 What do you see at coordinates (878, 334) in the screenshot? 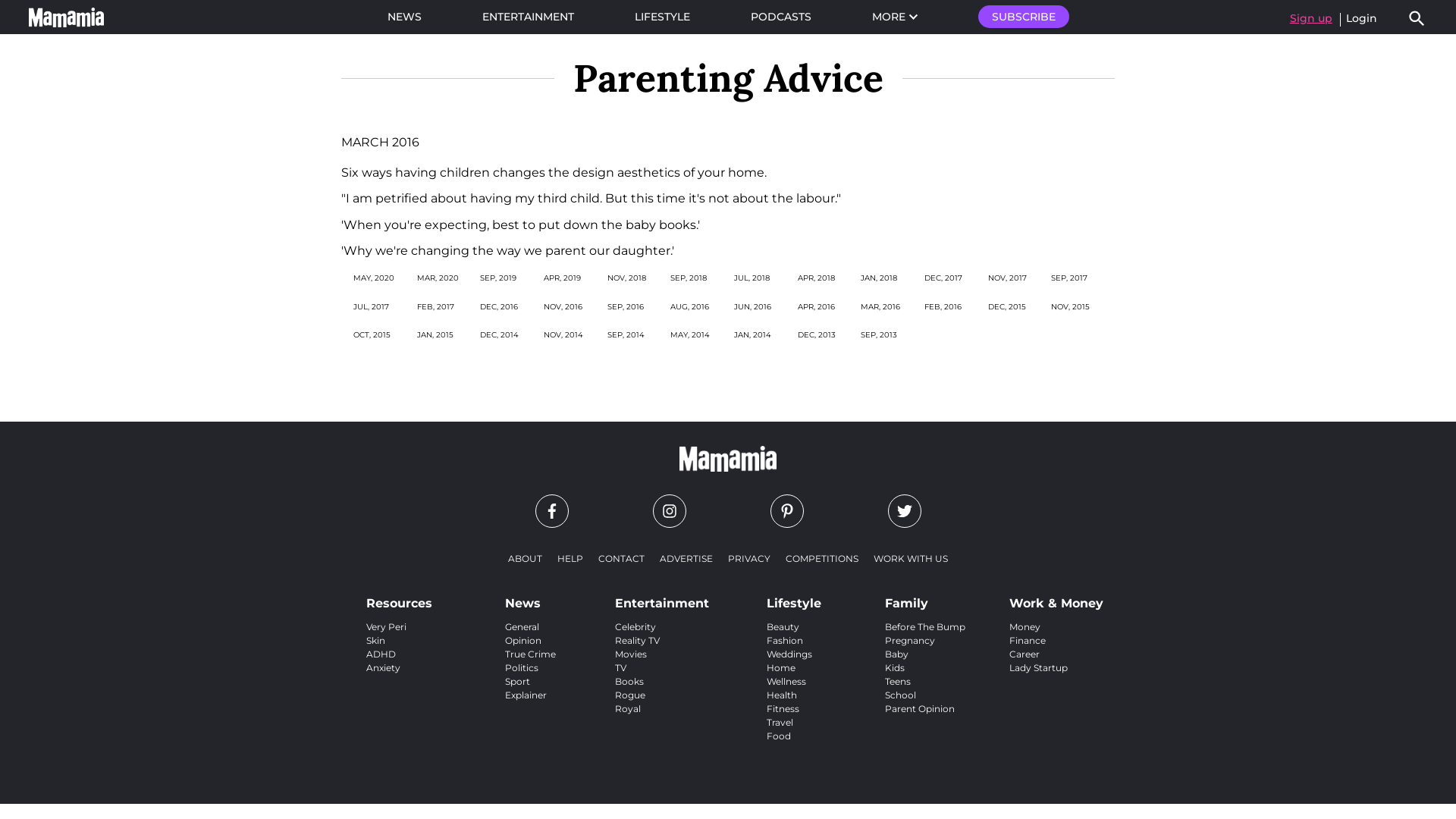
I see `'SEP, 2013'` at bounding box center [878, 334].